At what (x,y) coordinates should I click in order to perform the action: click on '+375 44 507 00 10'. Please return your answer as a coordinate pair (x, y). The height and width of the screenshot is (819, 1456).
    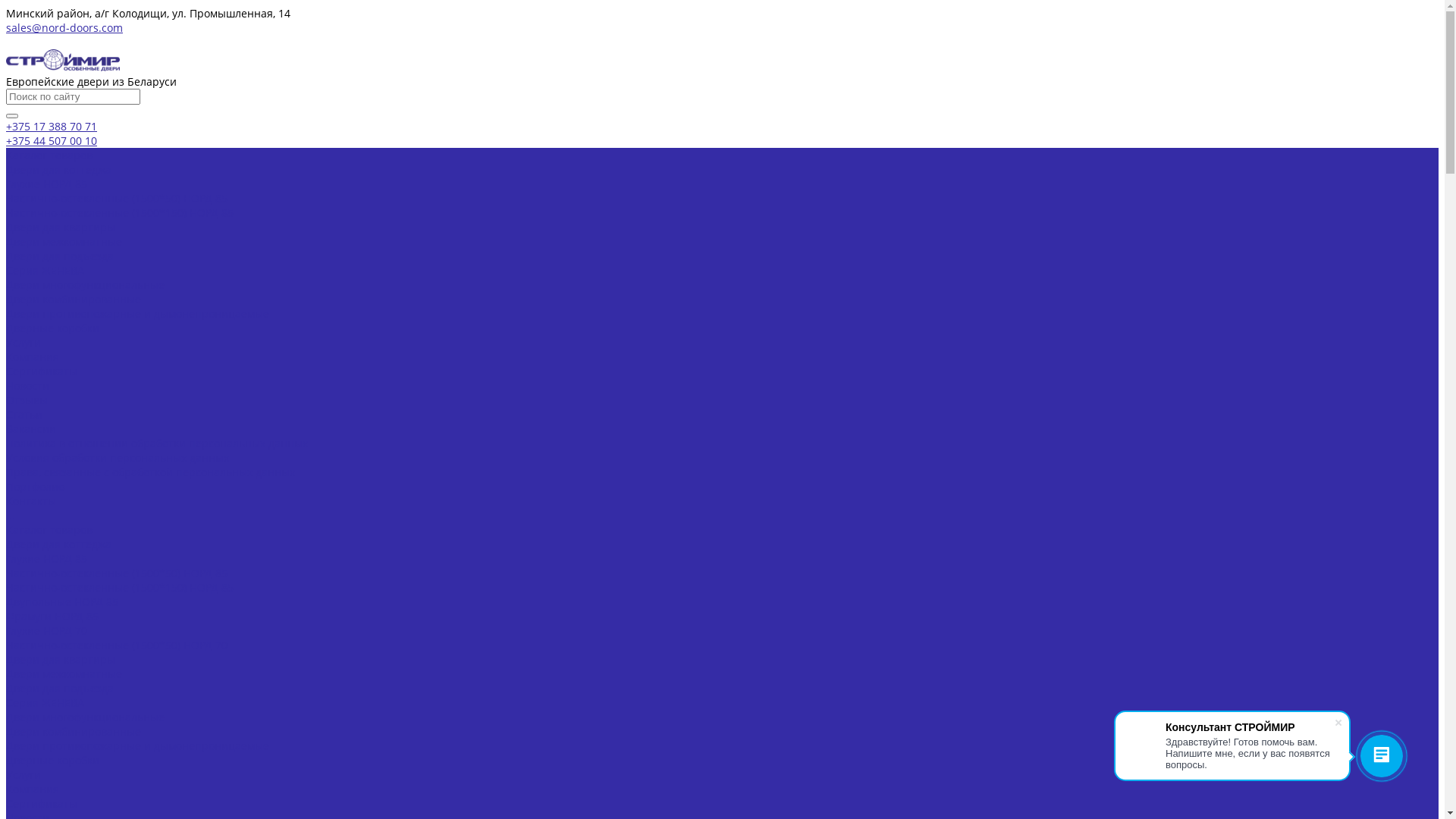
    Looking at the image, I should click on (51, 140).